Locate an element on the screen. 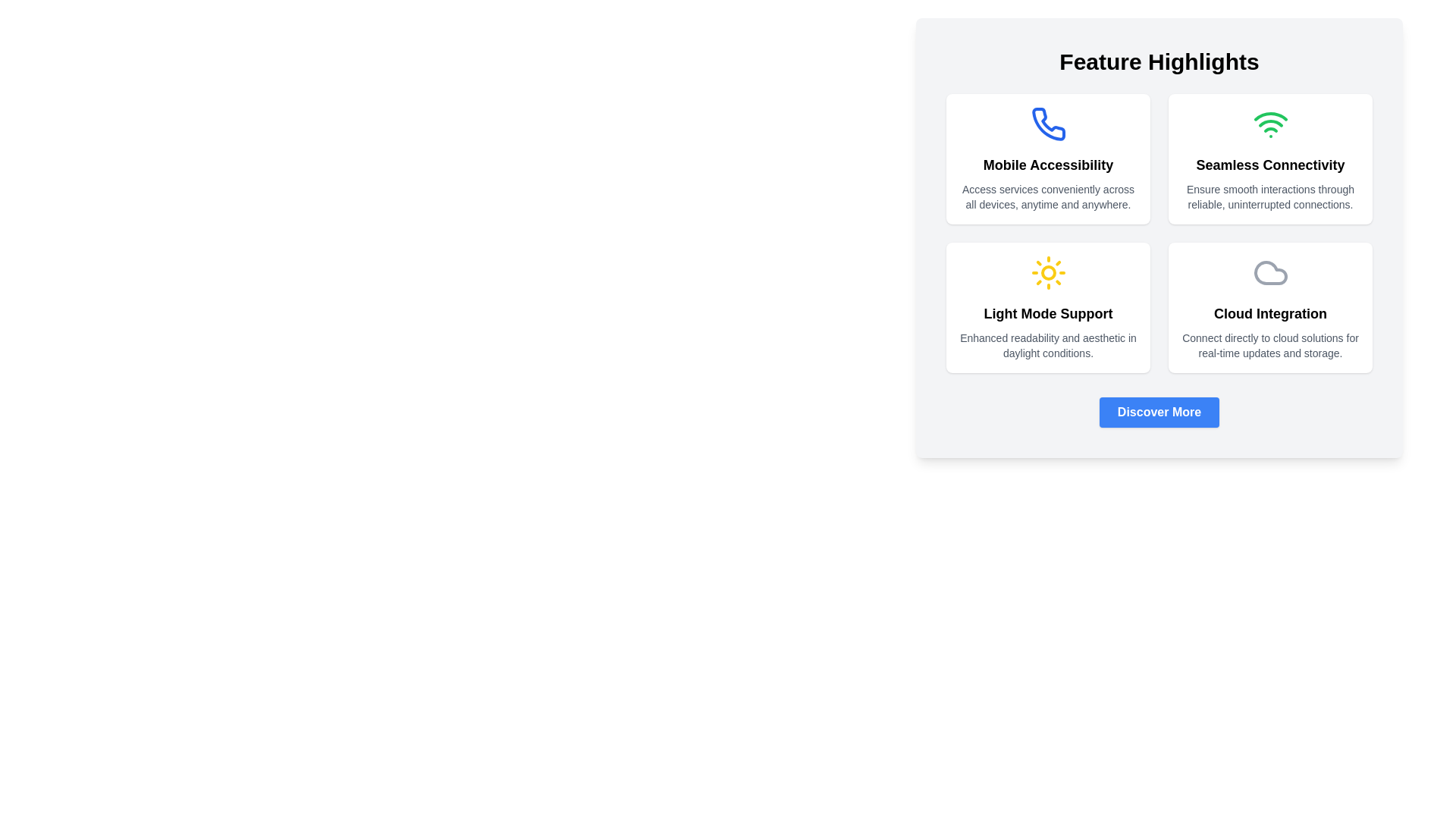  the Informational Card titled 'Cloud Integration' which is the fourth card in a grid layout, located at the bottom-right corner of the grid is located at coordinates (1270, 307).